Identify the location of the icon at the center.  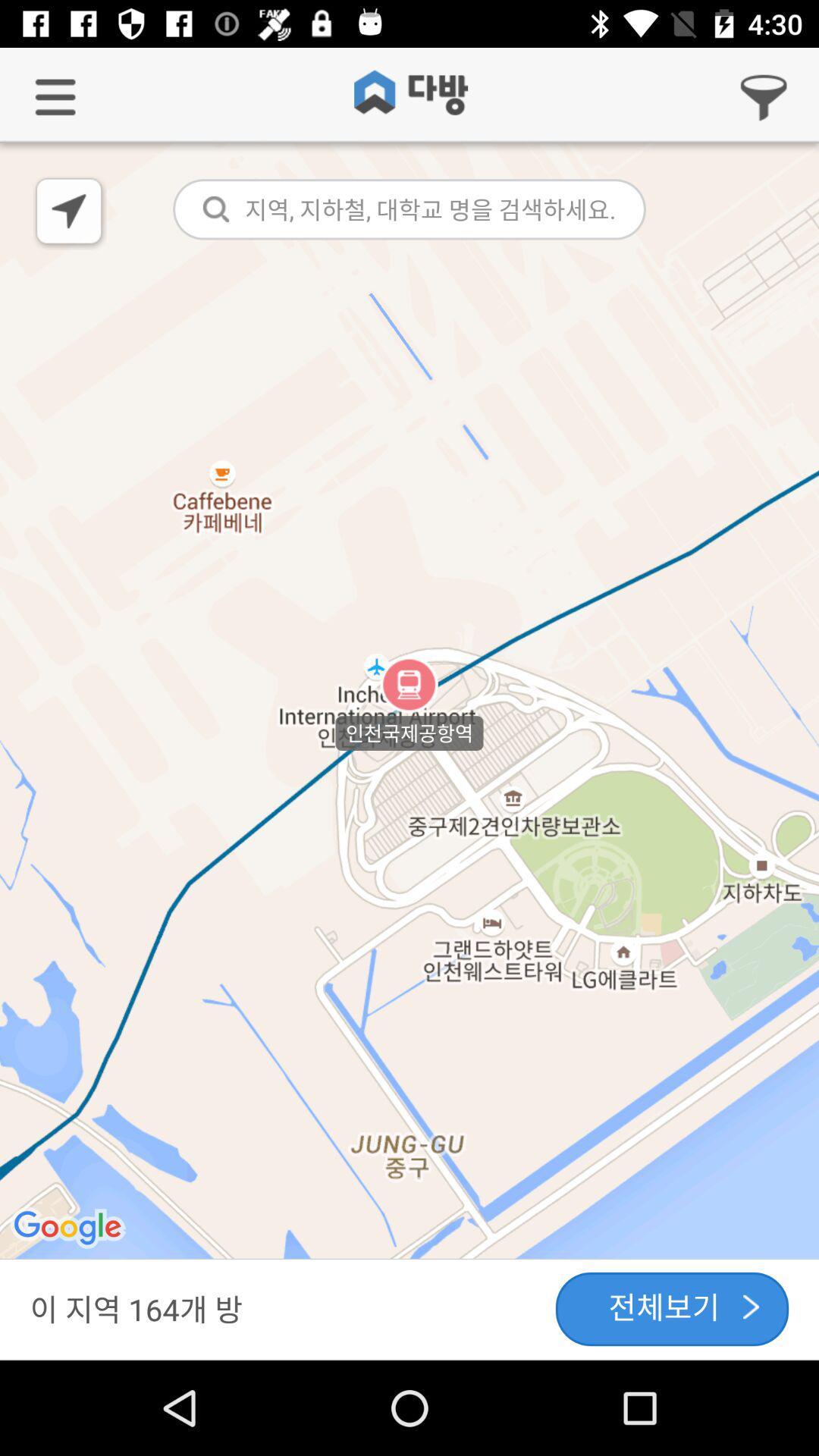
(409, 701).